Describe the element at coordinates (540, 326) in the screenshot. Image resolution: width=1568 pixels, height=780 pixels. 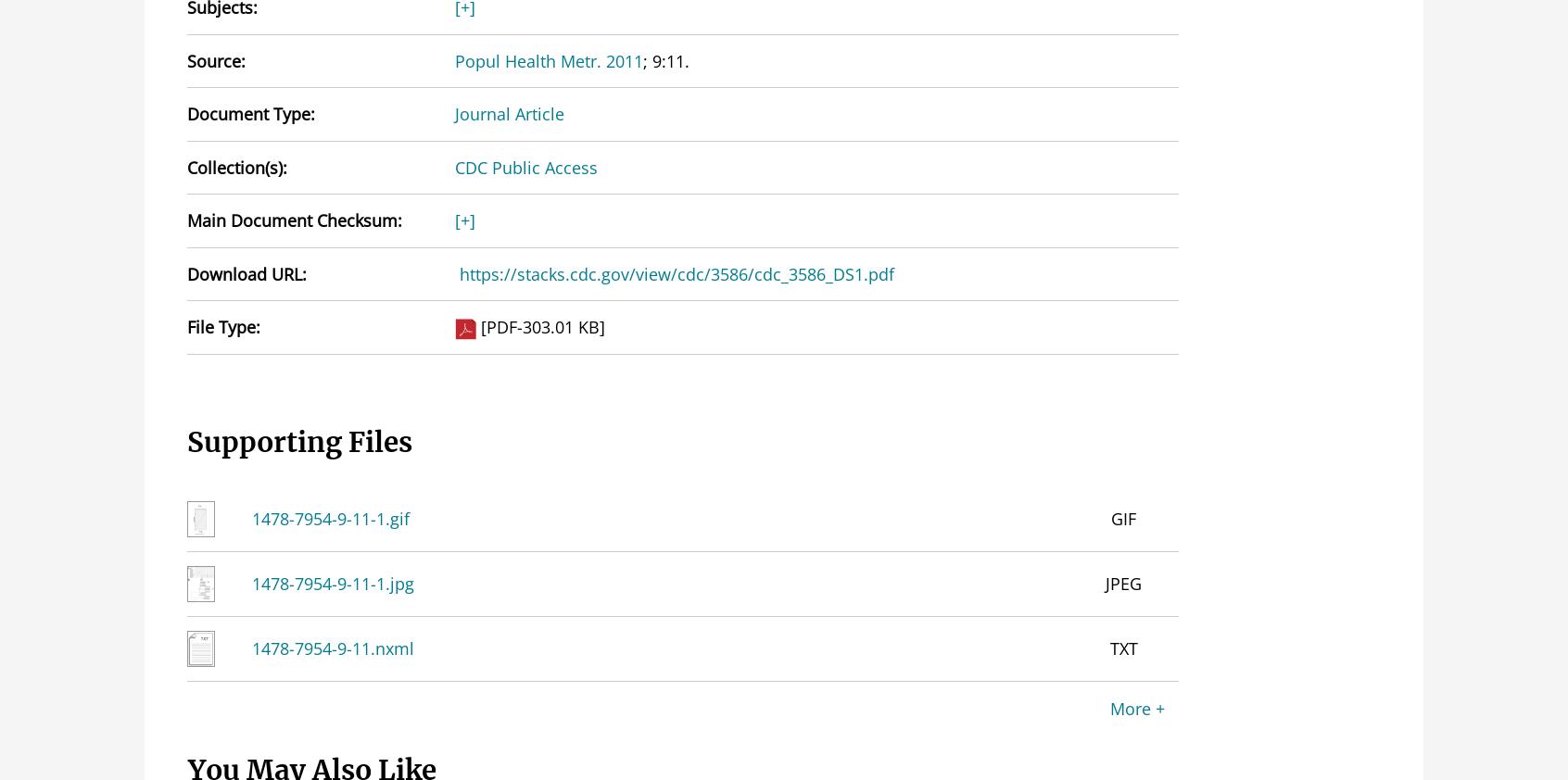
I see `'[PDF-303.01 KB]'` at that location.